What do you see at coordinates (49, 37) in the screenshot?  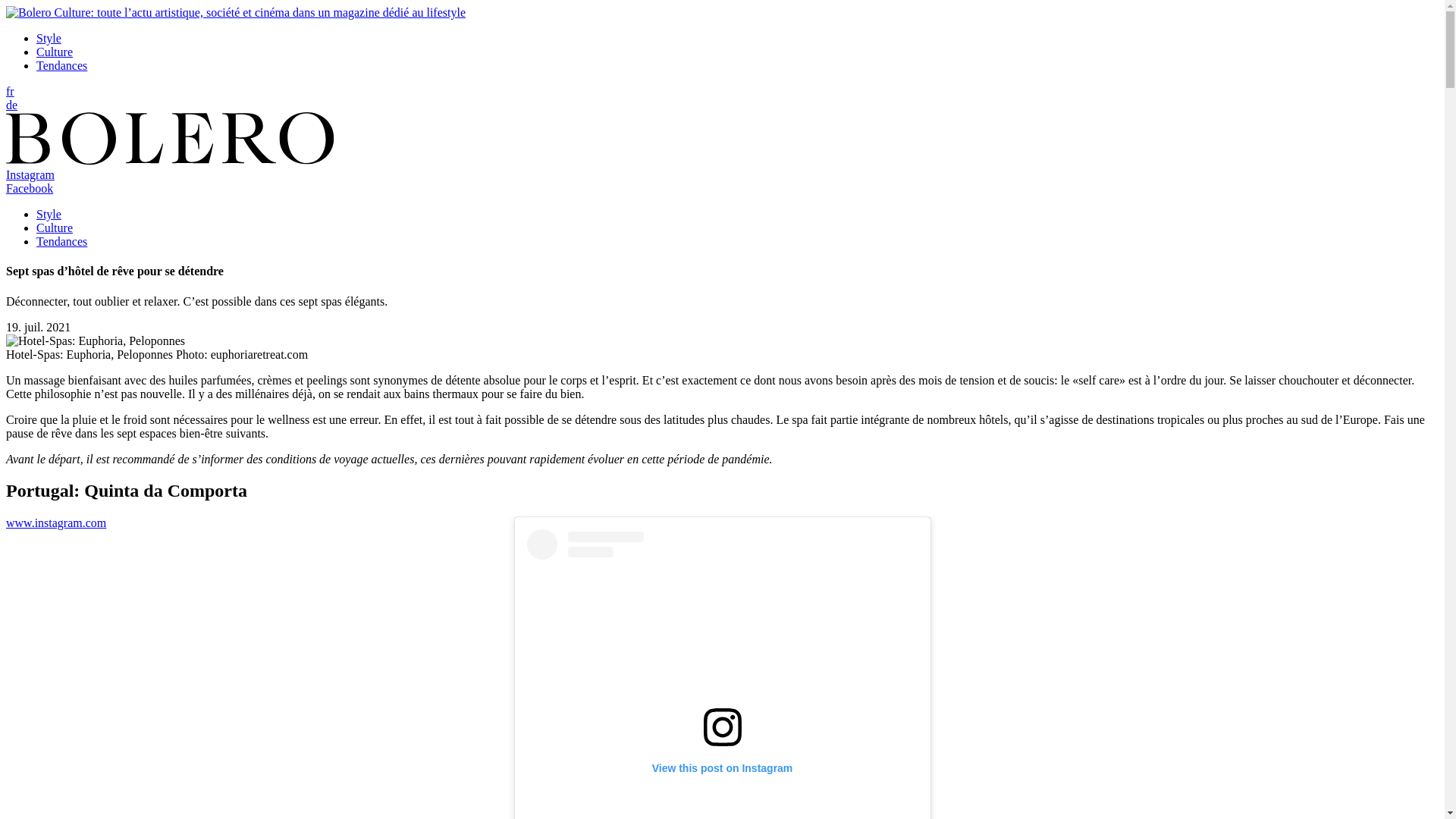 I see `'Style'` at bounding box center [49, 37].